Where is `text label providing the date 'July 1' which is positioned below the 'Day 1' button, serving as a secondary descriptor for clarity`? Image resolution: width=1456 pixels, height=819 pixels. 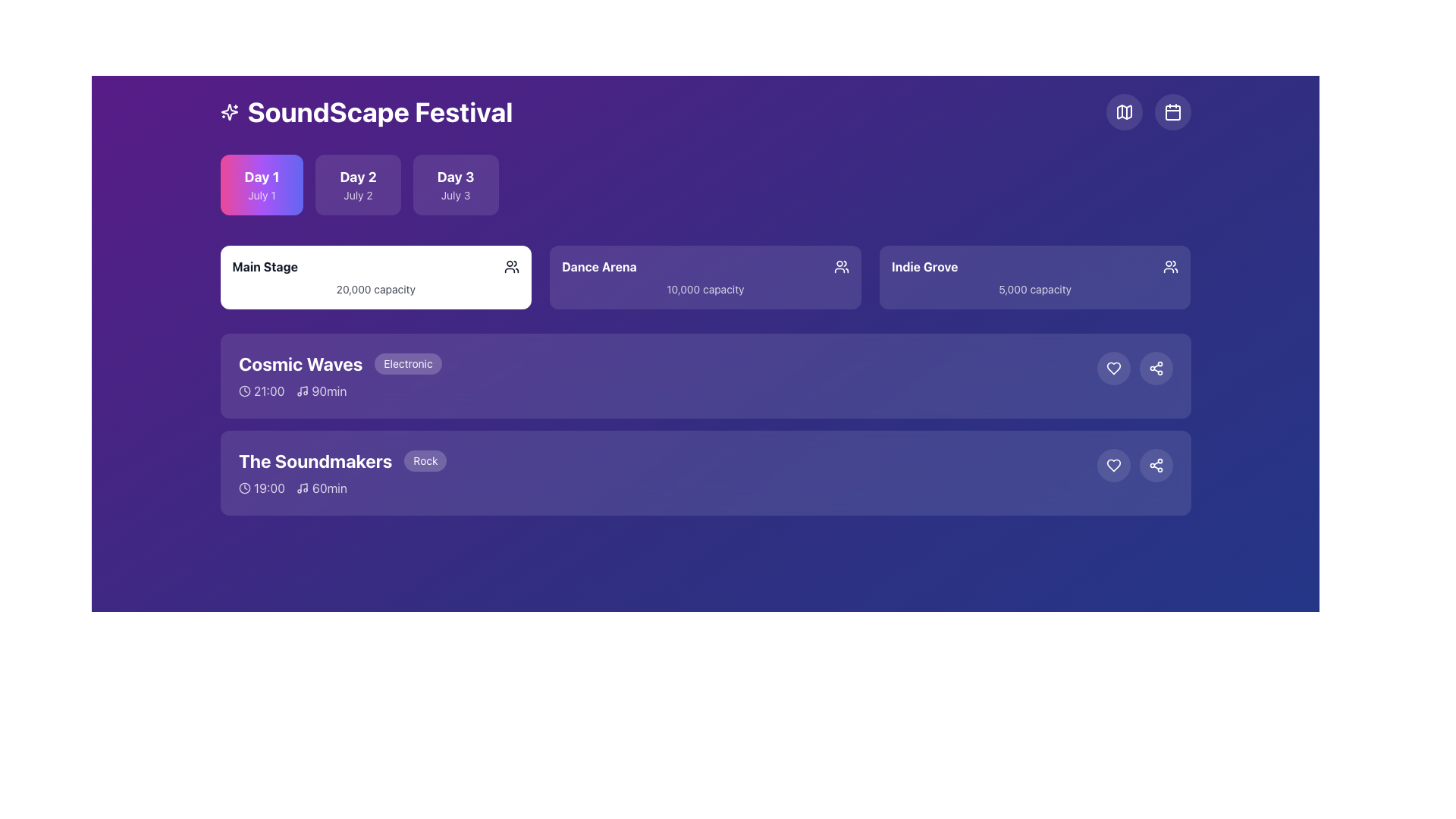
text label providing the date 'July 1' which is positioned below the 'Day 1' button, serving as a secondary descriptor for clarity is located at coordinates (262, 195).